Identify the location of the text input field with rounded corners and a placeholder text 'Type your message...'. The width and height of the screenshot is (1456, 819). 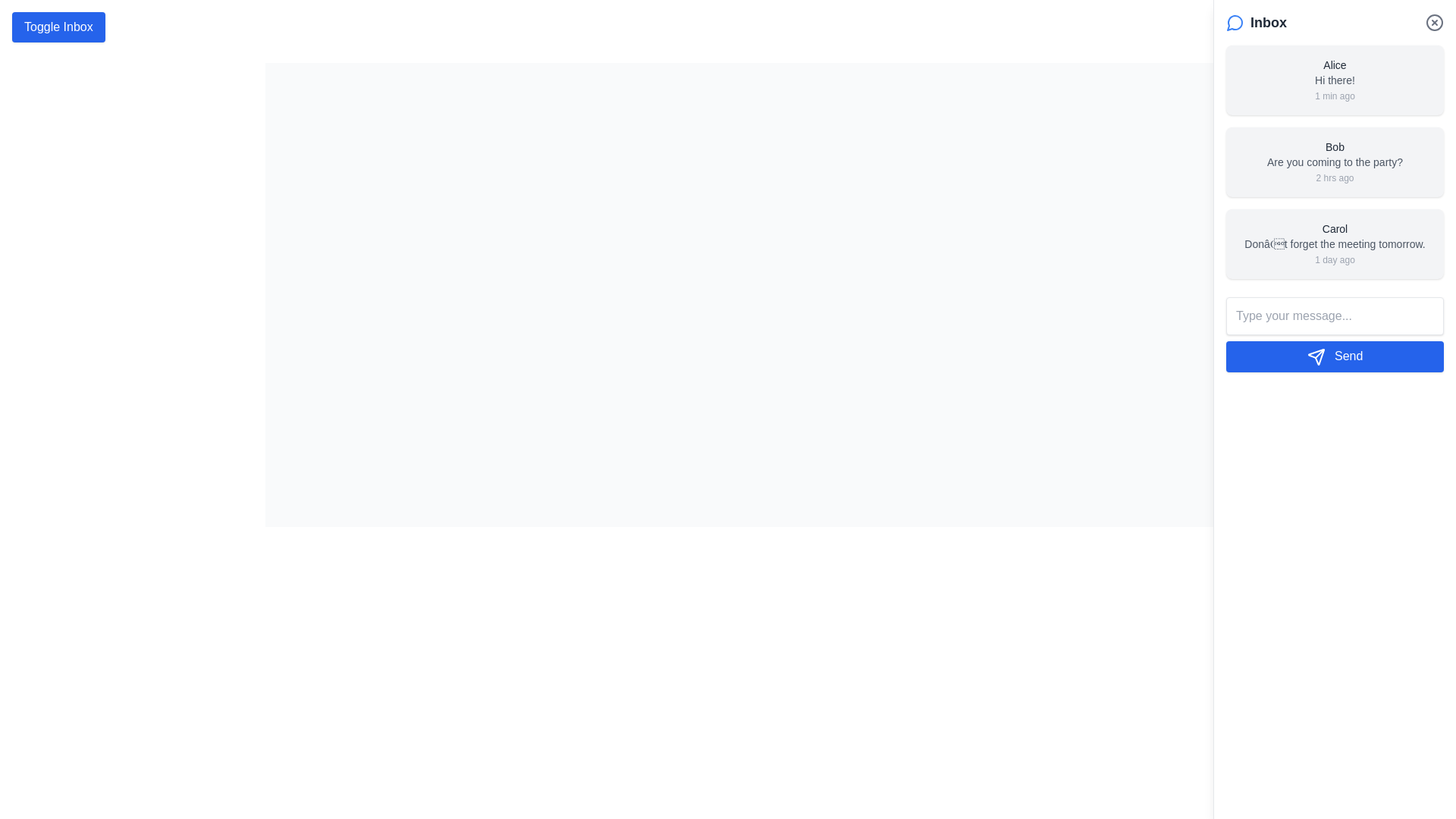
(1335, 315).